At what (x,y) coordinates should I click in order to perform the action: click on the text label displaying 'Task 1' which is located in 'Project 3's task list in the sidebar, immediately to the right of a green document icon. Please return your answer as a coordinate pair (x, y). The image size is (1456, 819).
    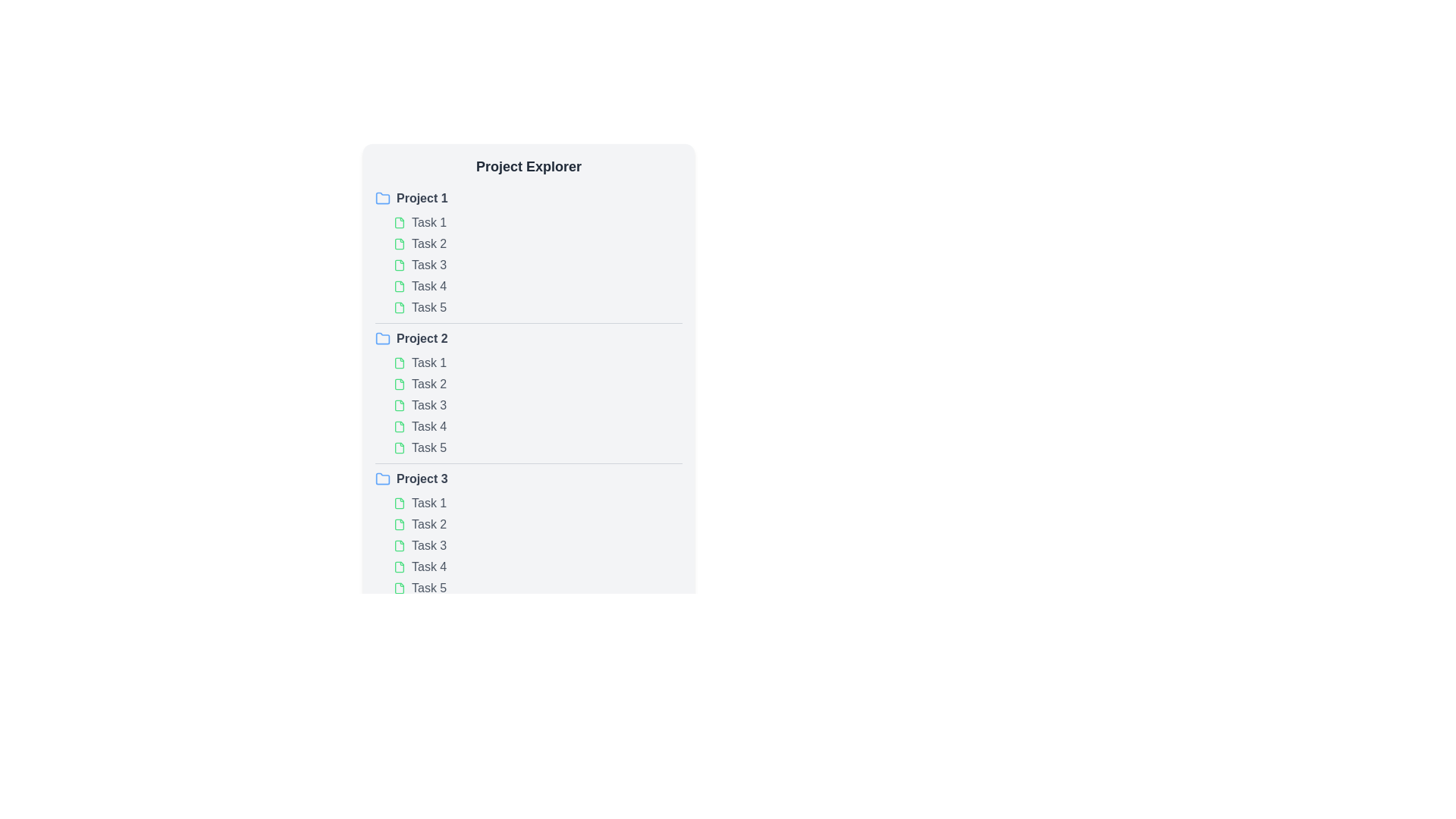
    Looking at the image, I should click on (428, 503).